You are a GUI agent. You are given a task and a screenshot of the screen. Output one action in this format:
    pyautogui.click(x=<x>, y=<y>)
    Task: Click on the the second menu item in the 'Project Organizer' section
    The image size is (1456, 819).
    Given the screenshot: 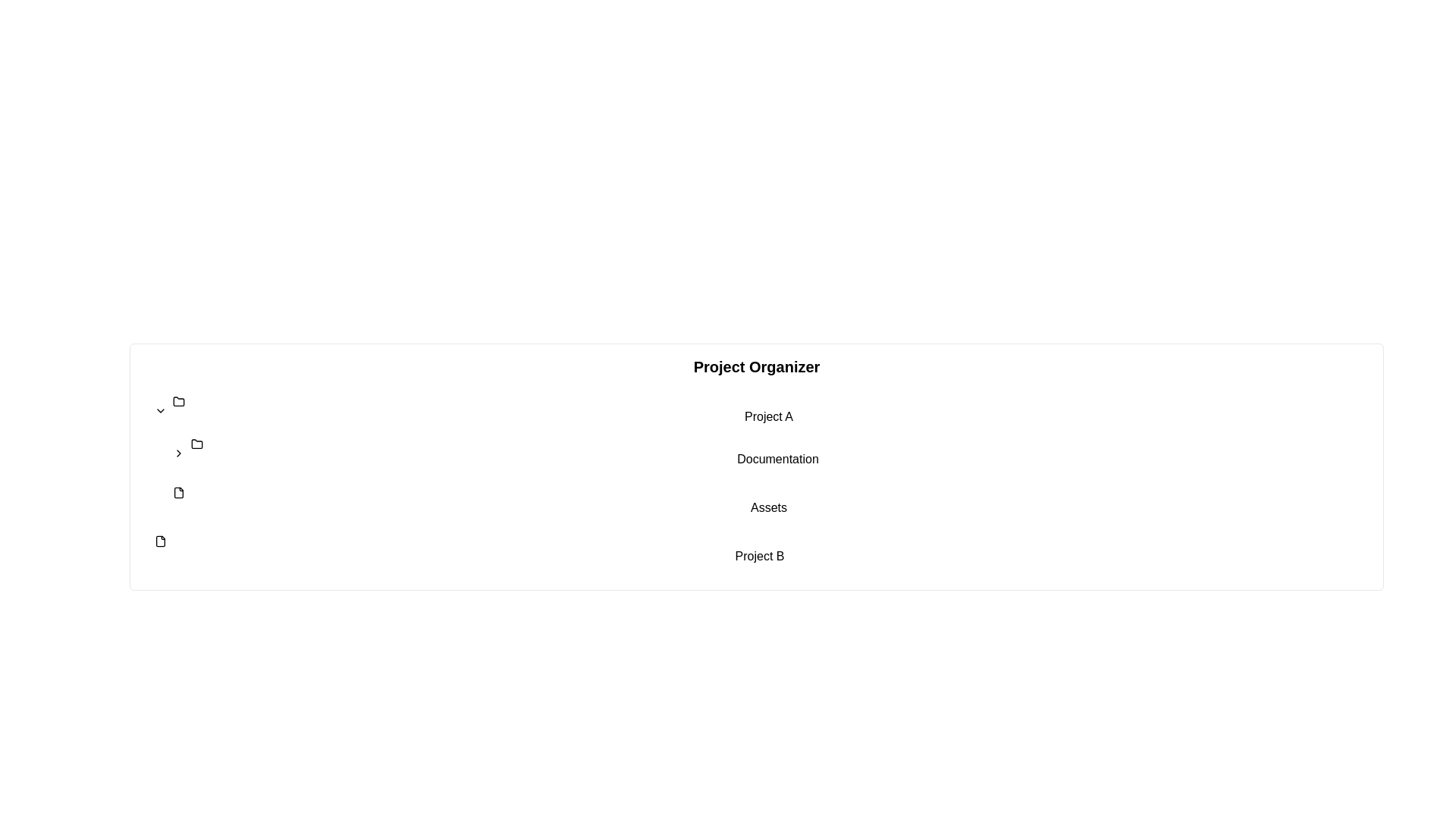 What is the action you would take?
    pyautogui.click(x=778, y=452)
    